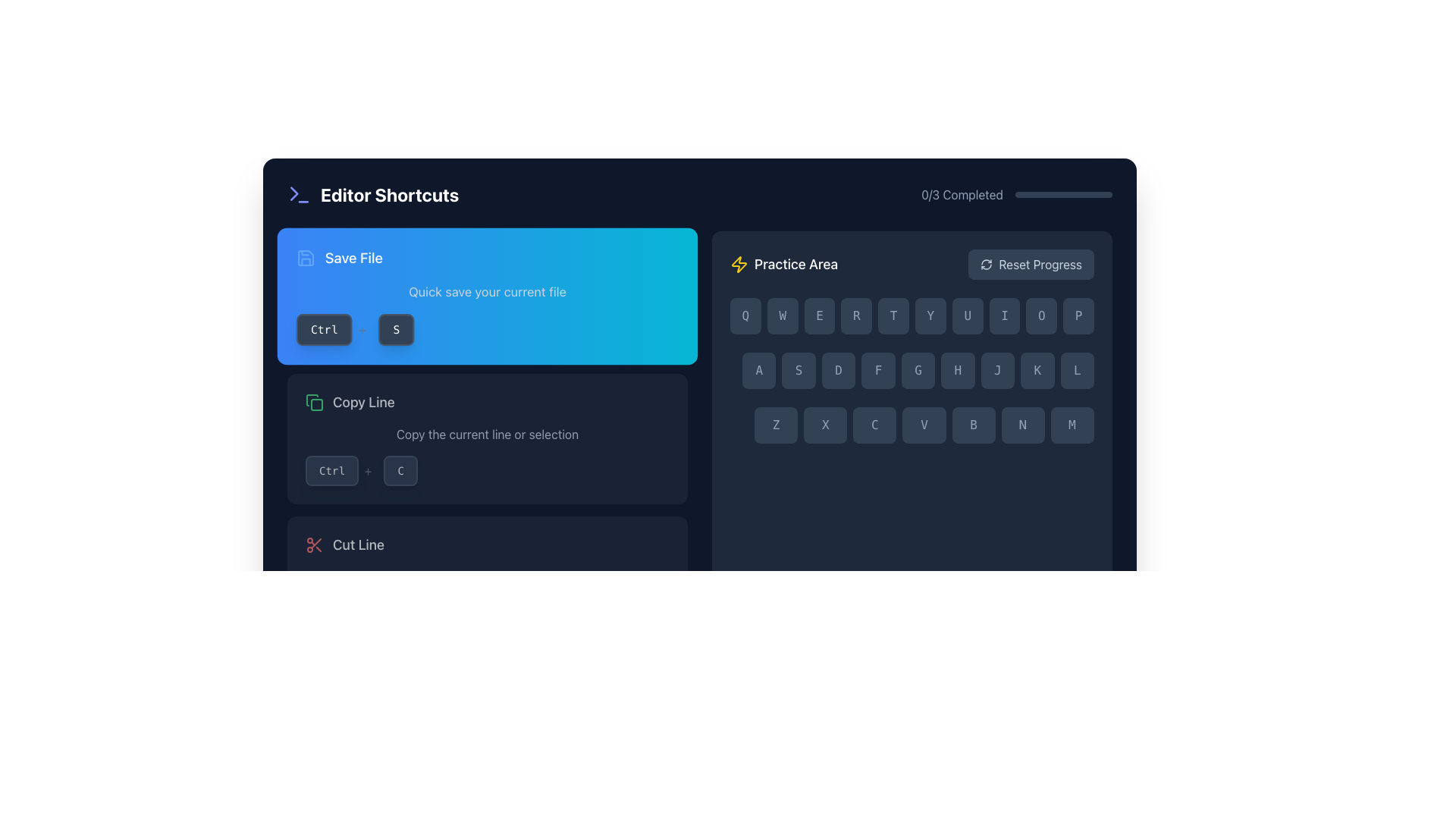 The width and height of the screenshot is (1456, 819). What do you see at coordinates (957, 371) in the screenshot?
I see `the button labeled 'H' in the virtual keyboard interface` at bounding box center [957, 371].